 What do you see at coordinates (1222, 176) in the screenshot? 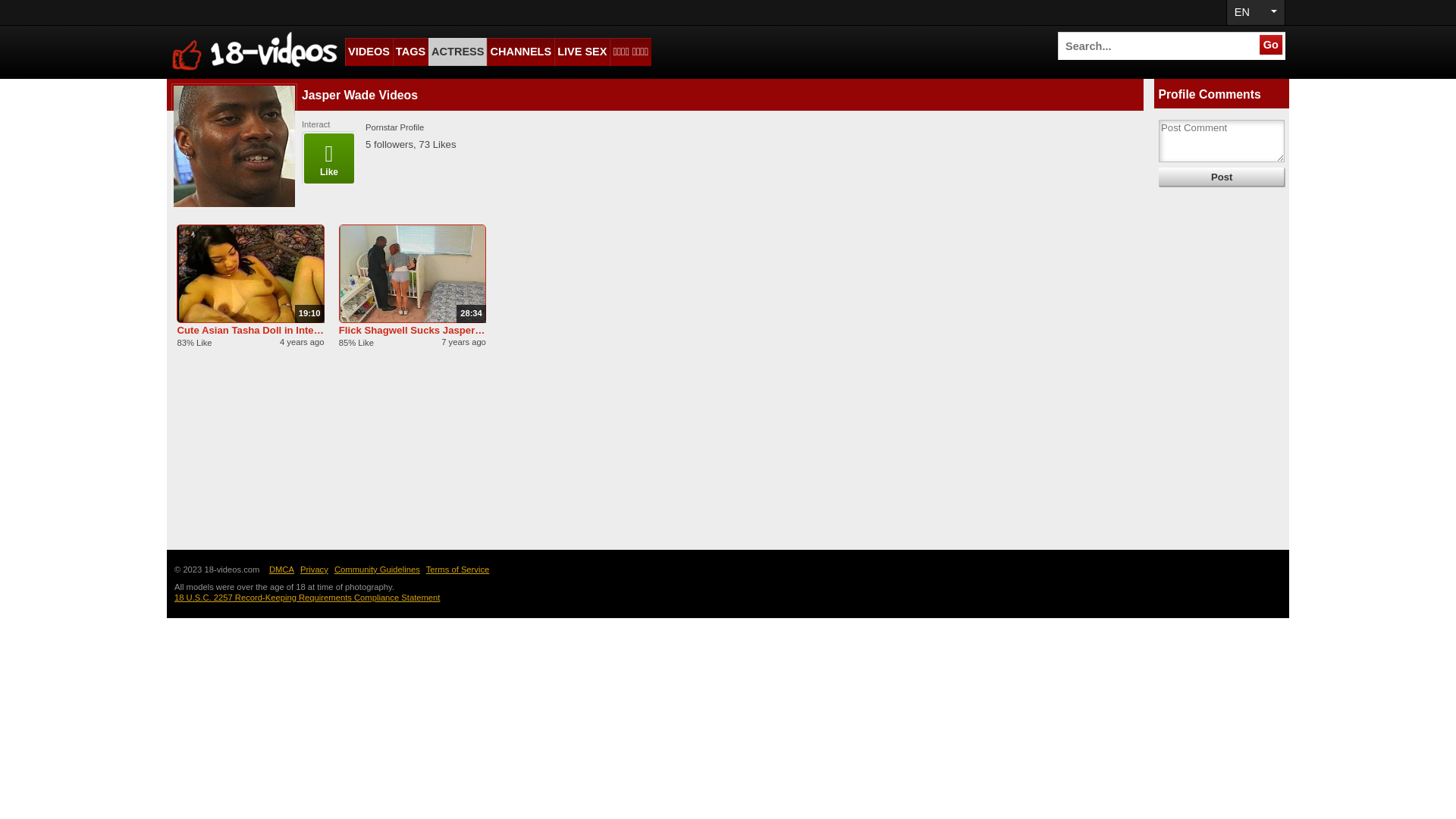
I see `'Post'` at bounding box center [1222, 176].